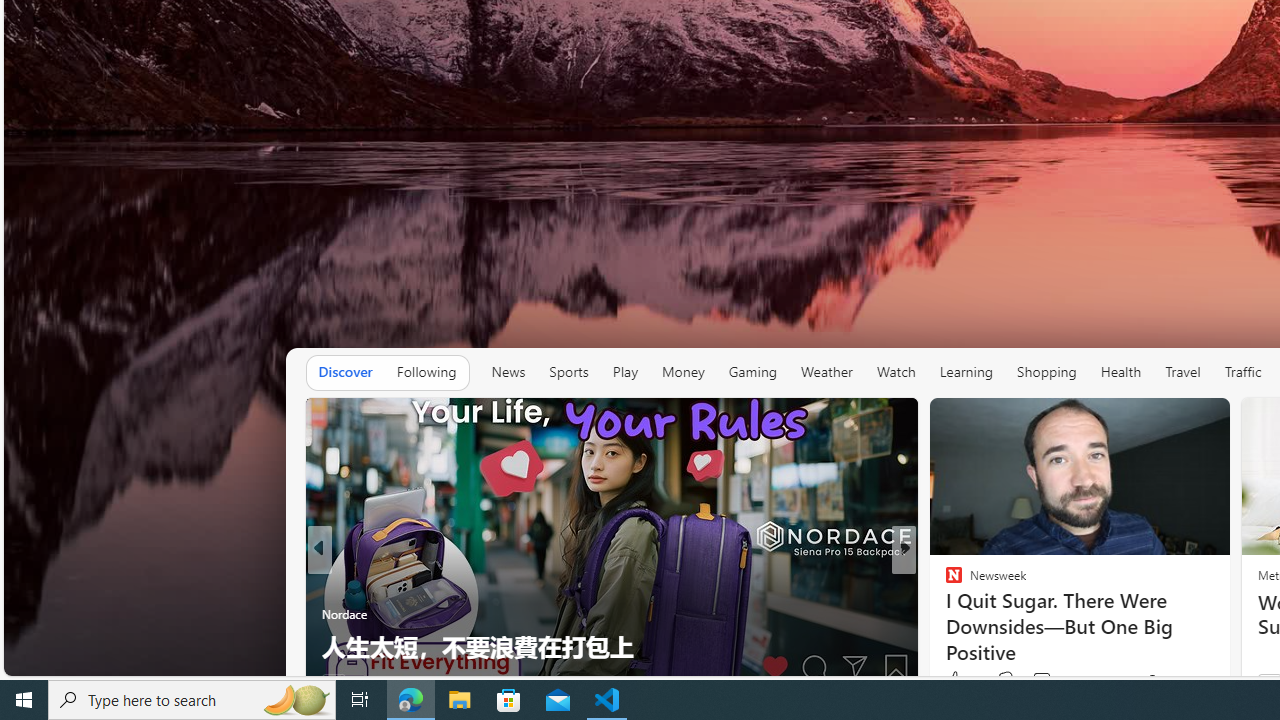  What do you see at coordinates (624, 372) in the screenshot?
I see `'Play'` at bounding box center [624, 372].